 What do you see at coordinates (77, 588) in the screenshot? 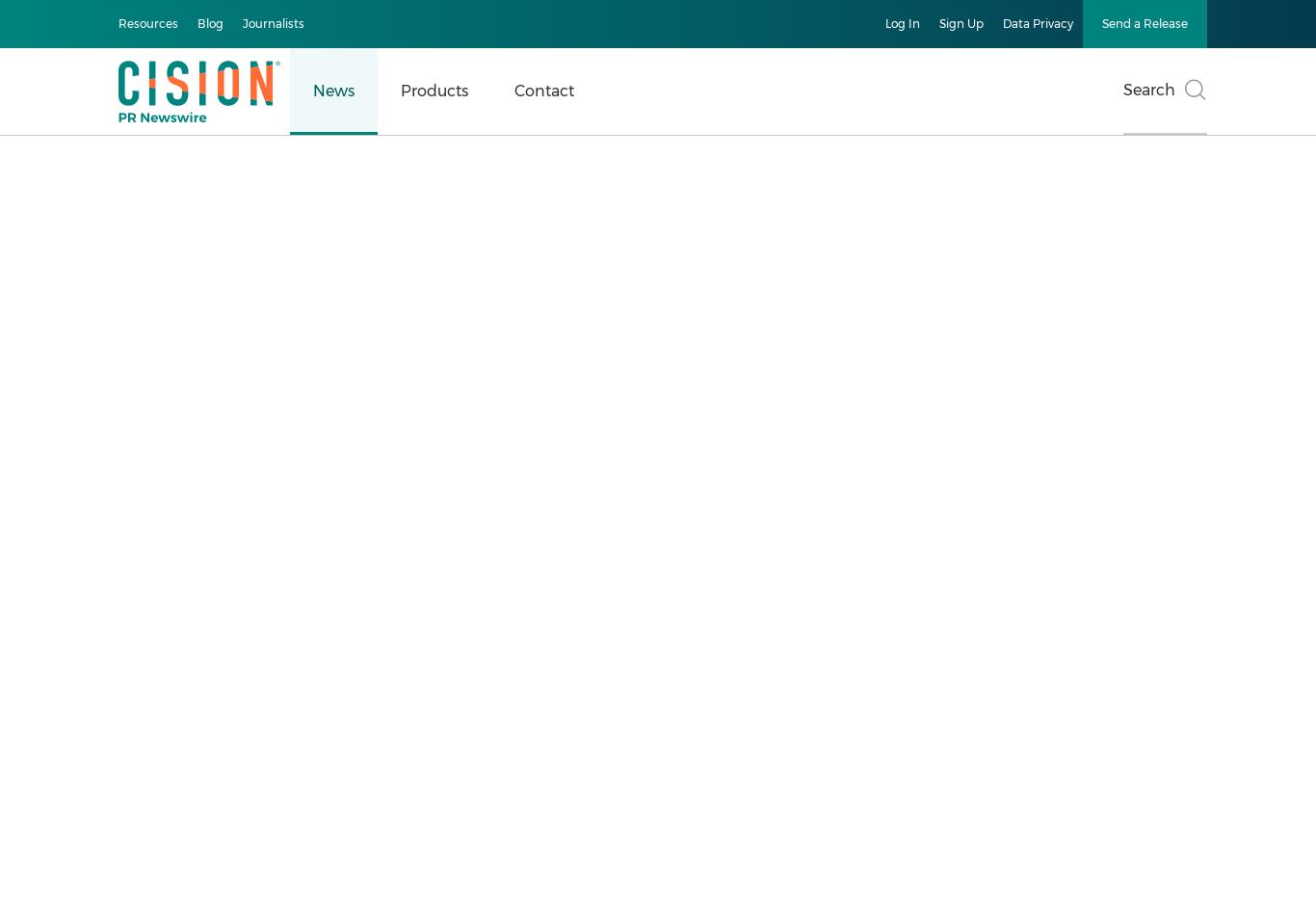
I see `'Energy & Natural Resources'` at bounding box center [77, 588].